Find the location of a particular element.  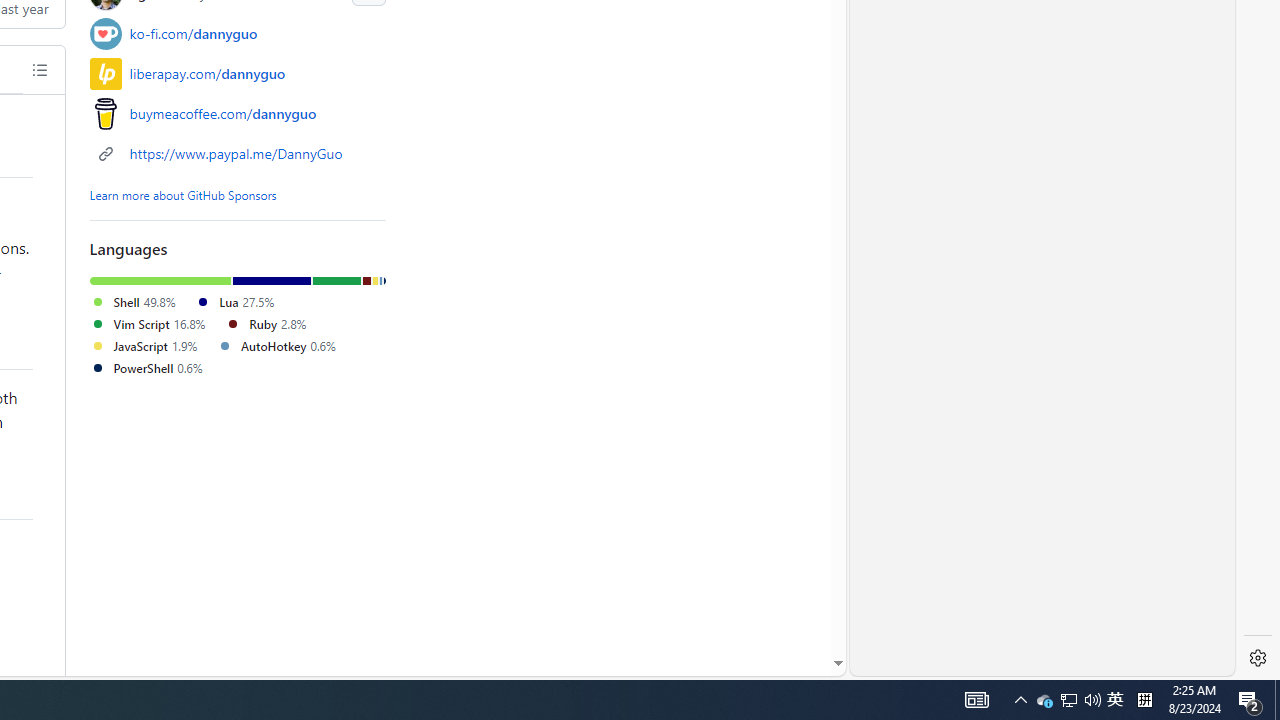

'PowerShell0.6%' is located at coordinates (153, 368).